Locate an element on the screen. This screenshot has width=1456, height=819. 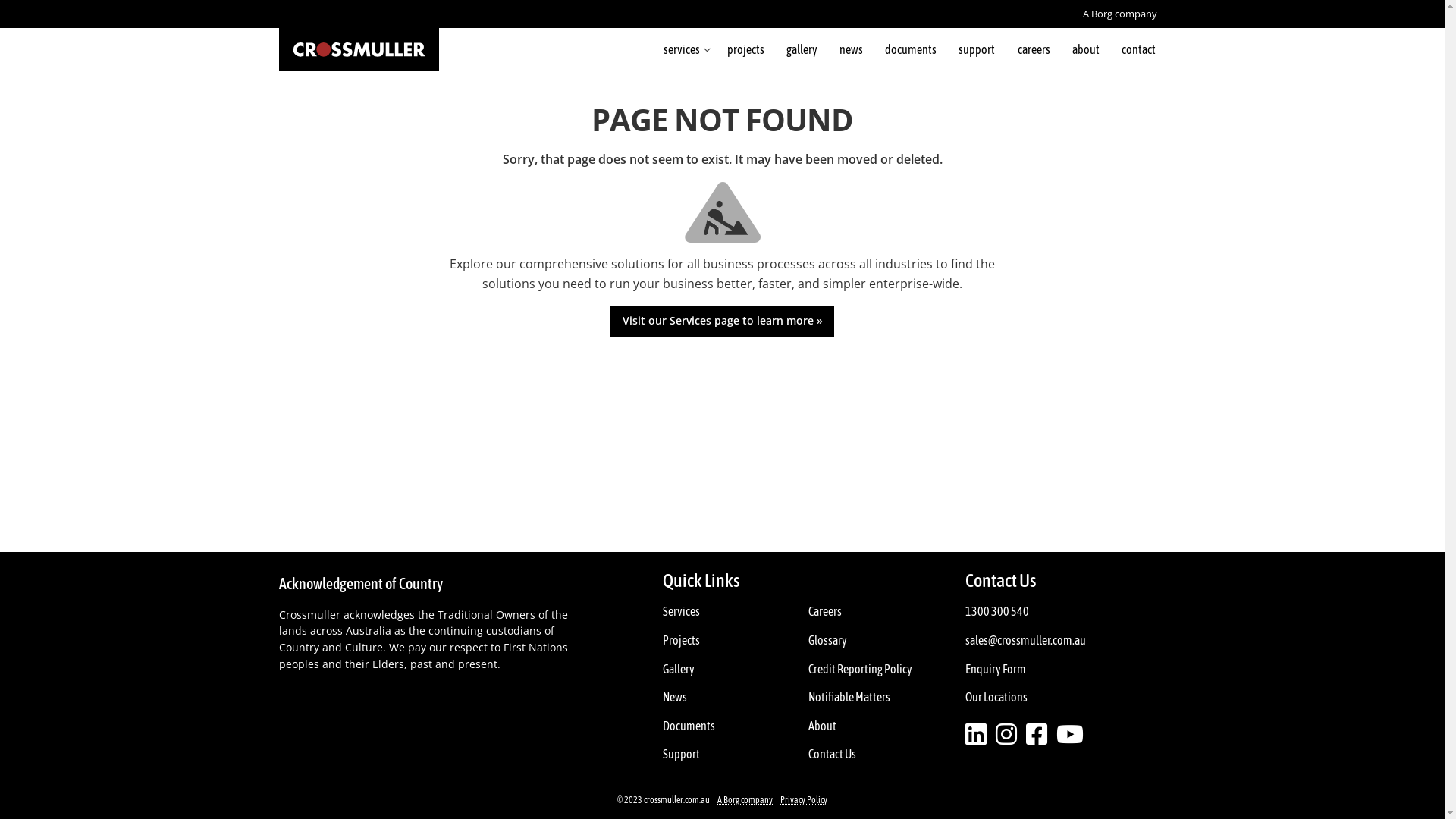
'support' is located at coordinates (977, 49).